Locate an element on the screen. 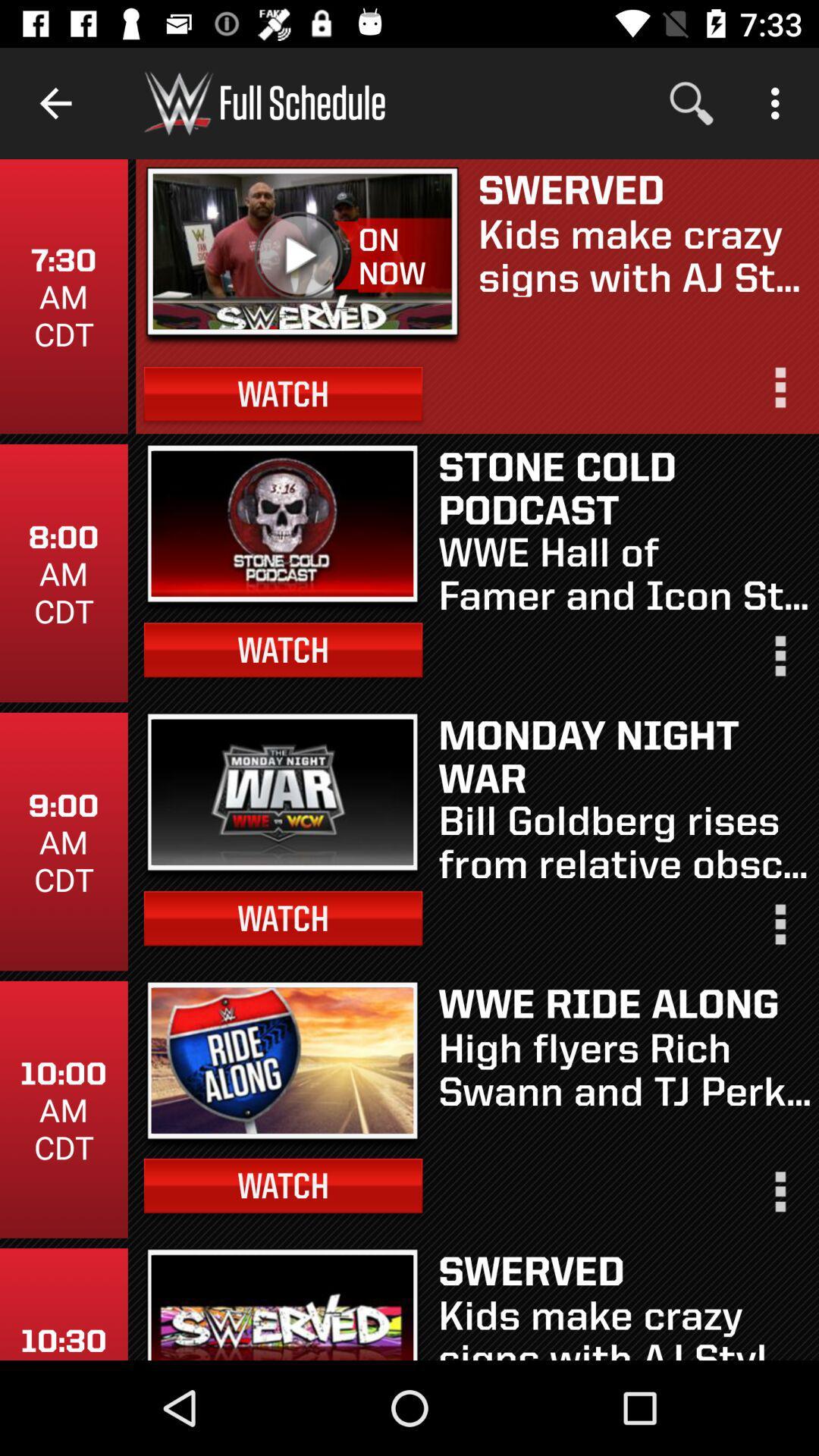 The image size is (819, 1456). the monday night war item is located at coordinates (624, 755).